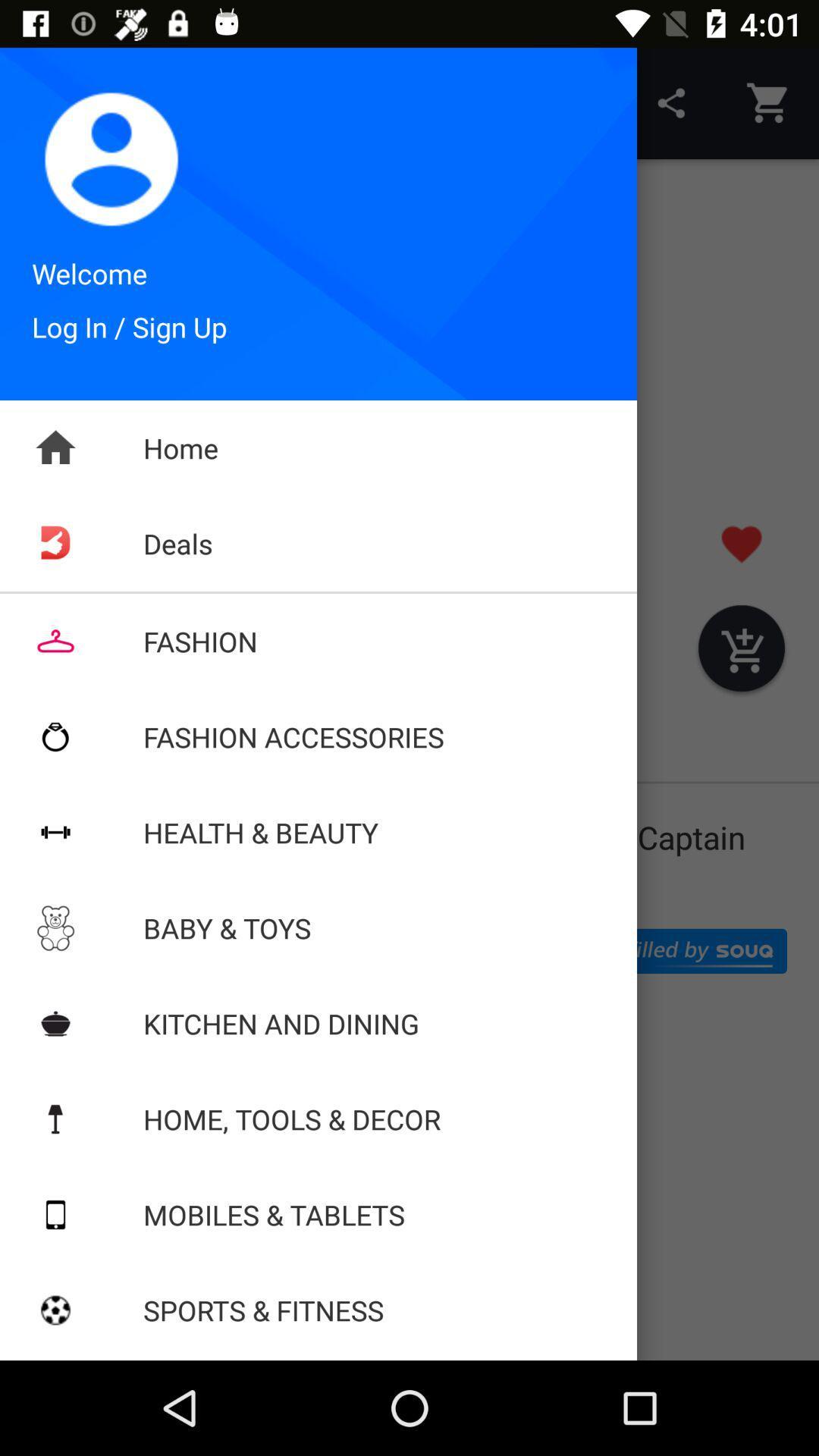 This screenshot has width=819, height=1456. What do you see at coordinates (741, 651) in the screenshot?
I see `the cart icon` at bounding box center [741, 651].